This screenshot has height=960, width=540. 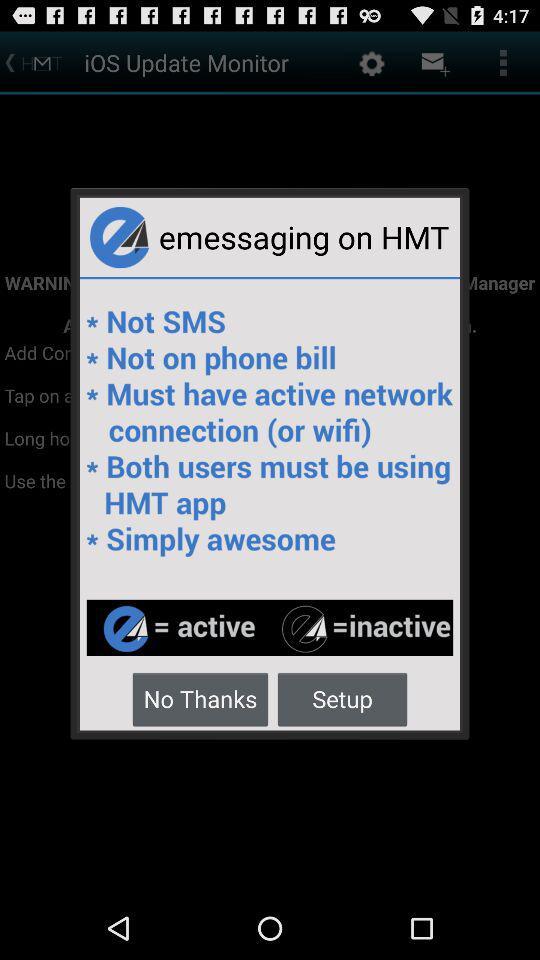 I want to click on setup item, so click(x=341, y=698).